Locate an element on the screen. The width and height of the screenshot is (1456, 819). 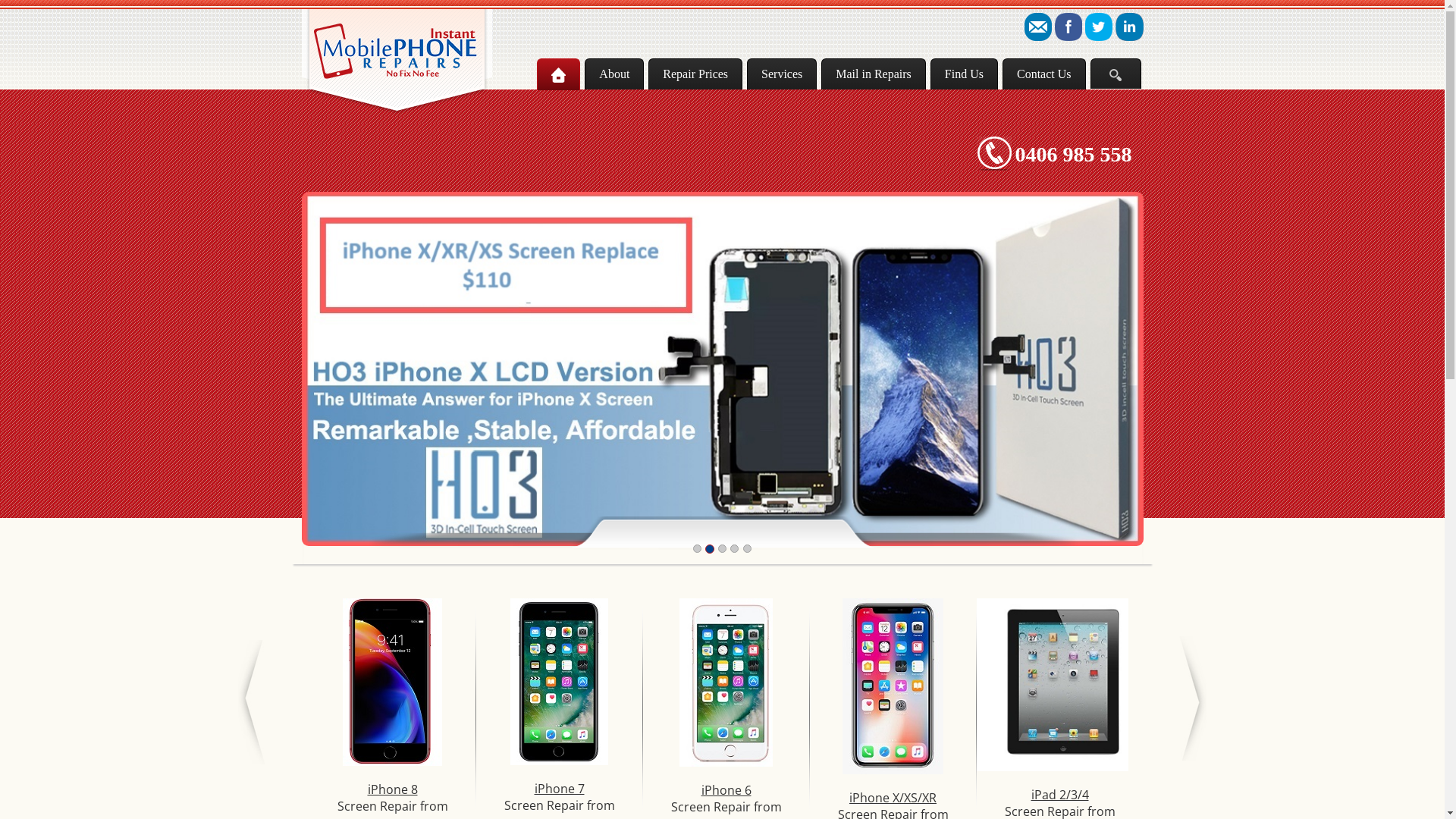
'Mail in Repairs' is located at coordinates (821, 74).